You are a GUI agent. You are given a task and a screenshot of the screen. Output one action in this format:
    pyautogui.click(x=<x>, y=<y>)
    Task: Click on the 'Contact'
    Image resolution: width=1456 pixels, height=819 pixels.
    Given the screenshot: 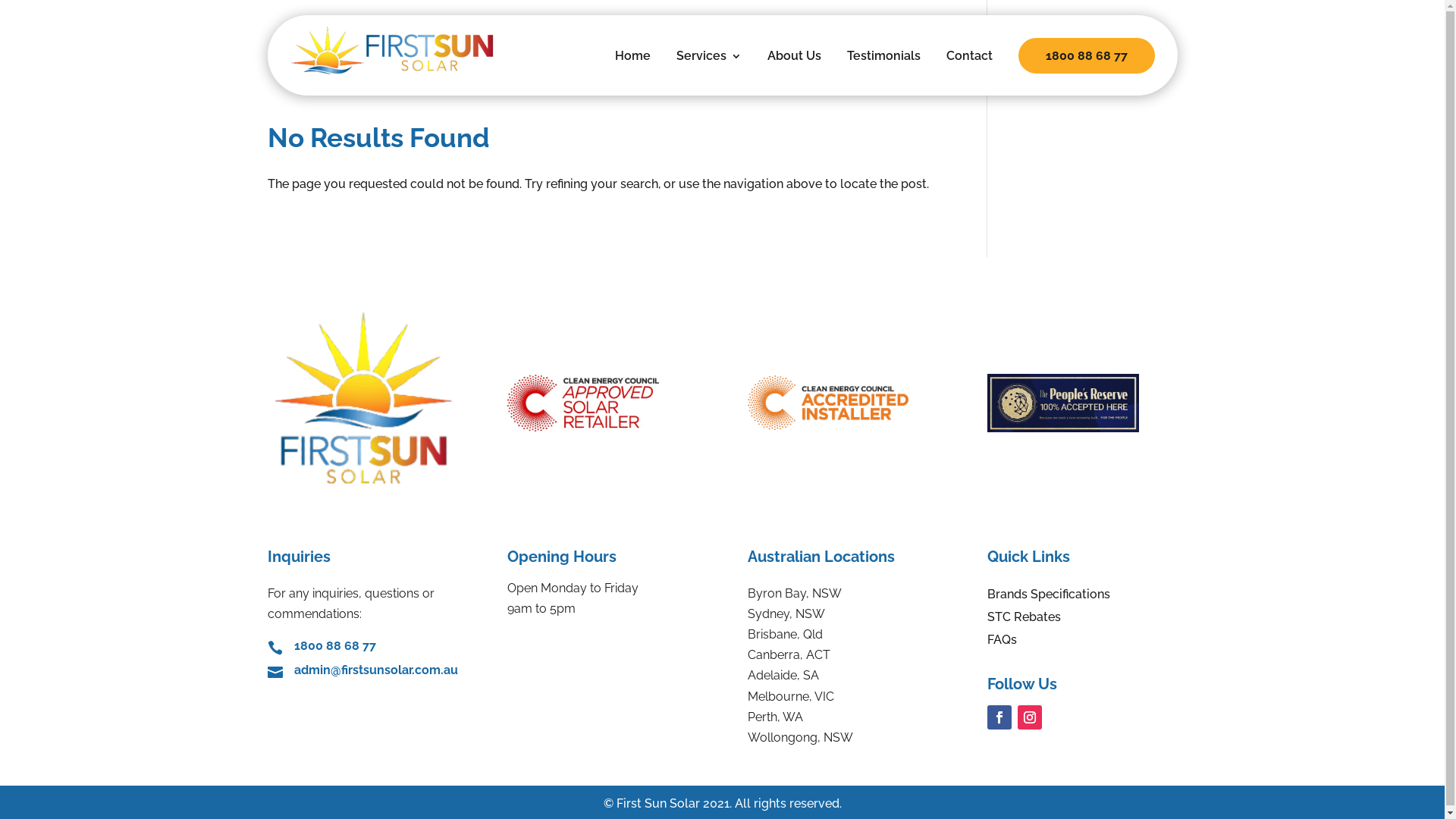 What is the action you would take?
    pyautogui.click(x=968, y=66)
    